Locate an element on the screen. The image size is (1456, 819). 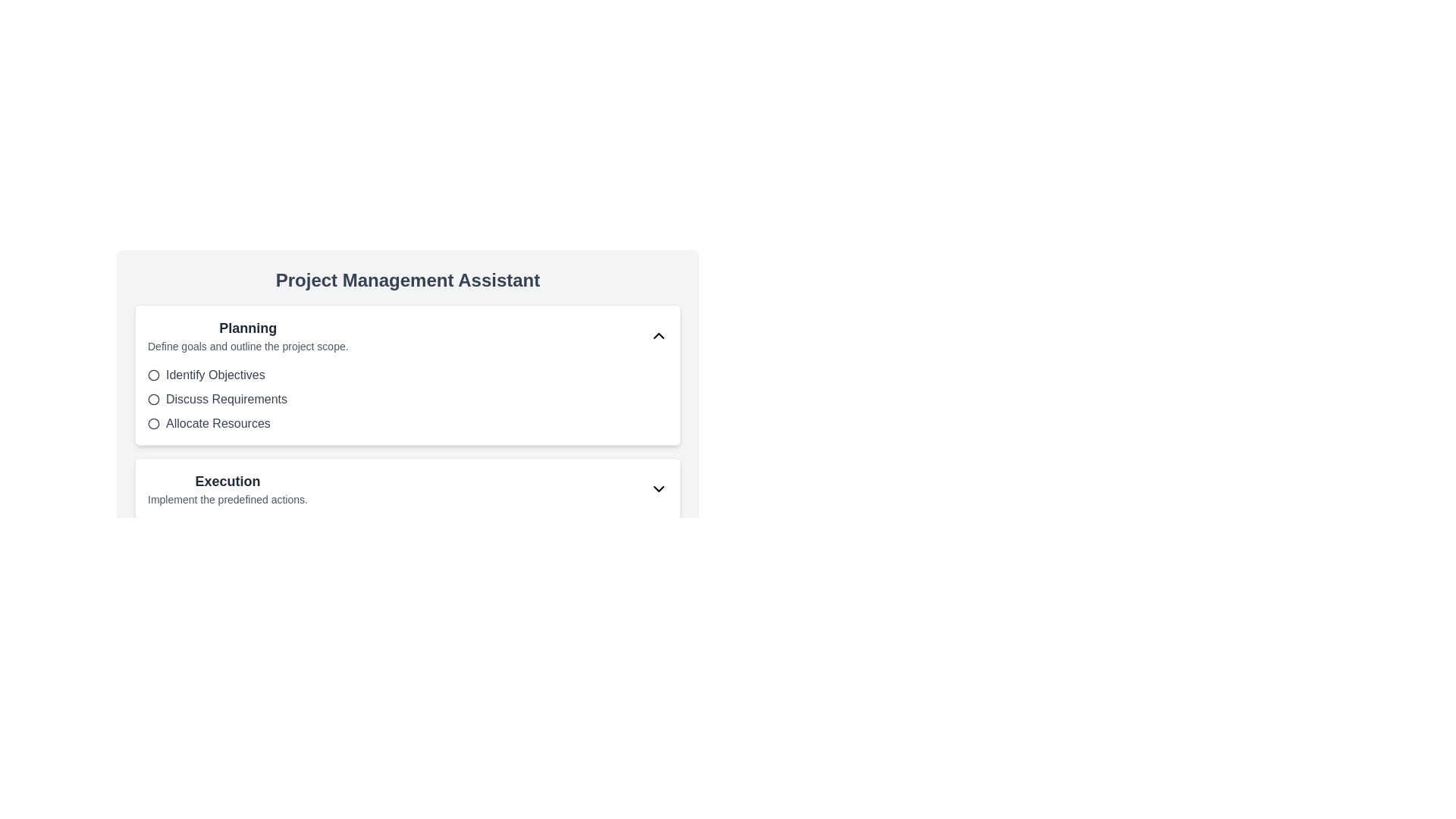
the text label that serves as the title or heading for the section, positioned above the descriptive text 'Define goals and outline the project scope.' is located at coordinates (248, 327).